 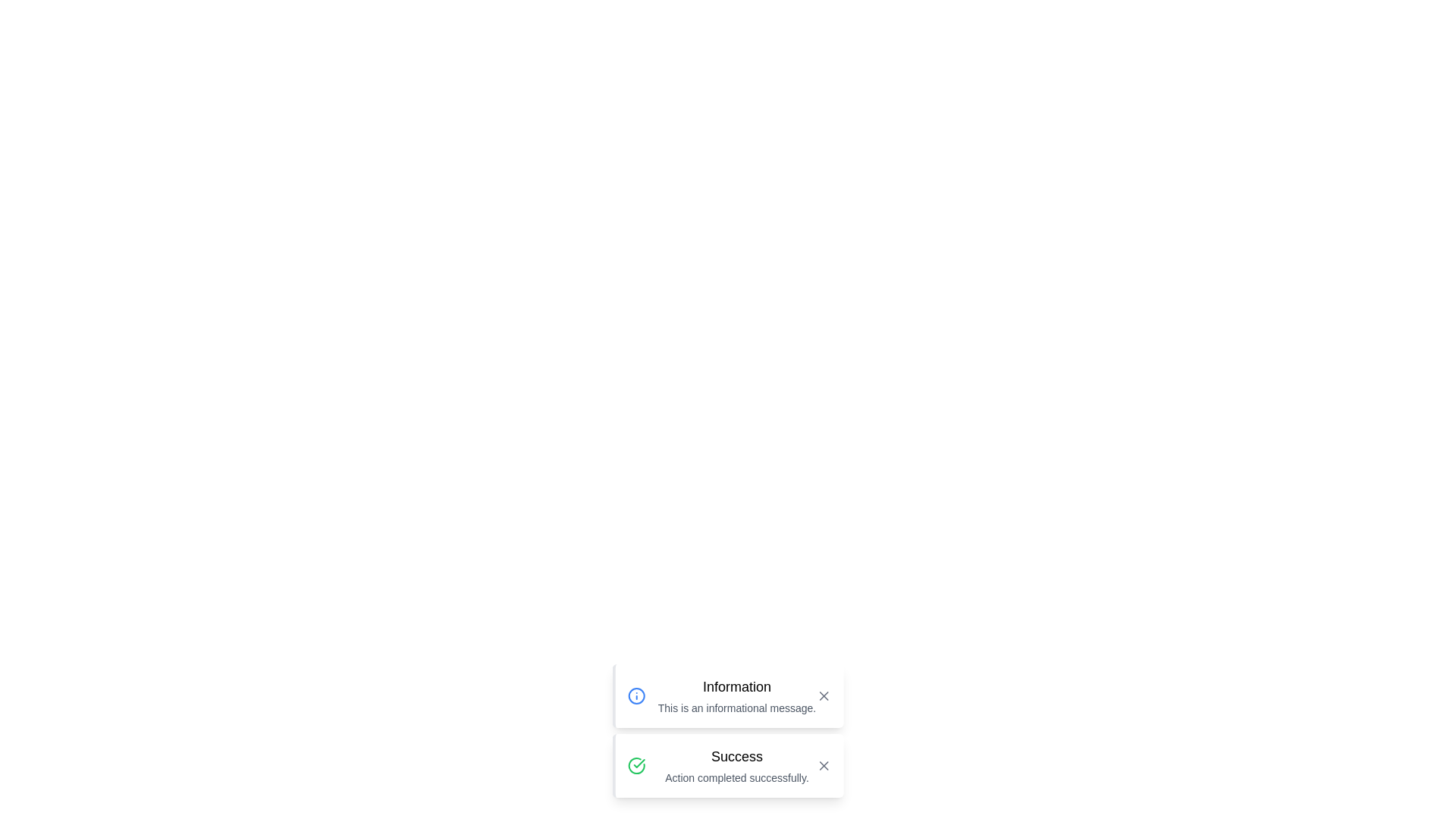 What do you see at coordinates (823, 696) in the screenshot?
I see `the close button of the snackbar with message 'InformationThis is an informational message.'` at bounding box center [823, 696].